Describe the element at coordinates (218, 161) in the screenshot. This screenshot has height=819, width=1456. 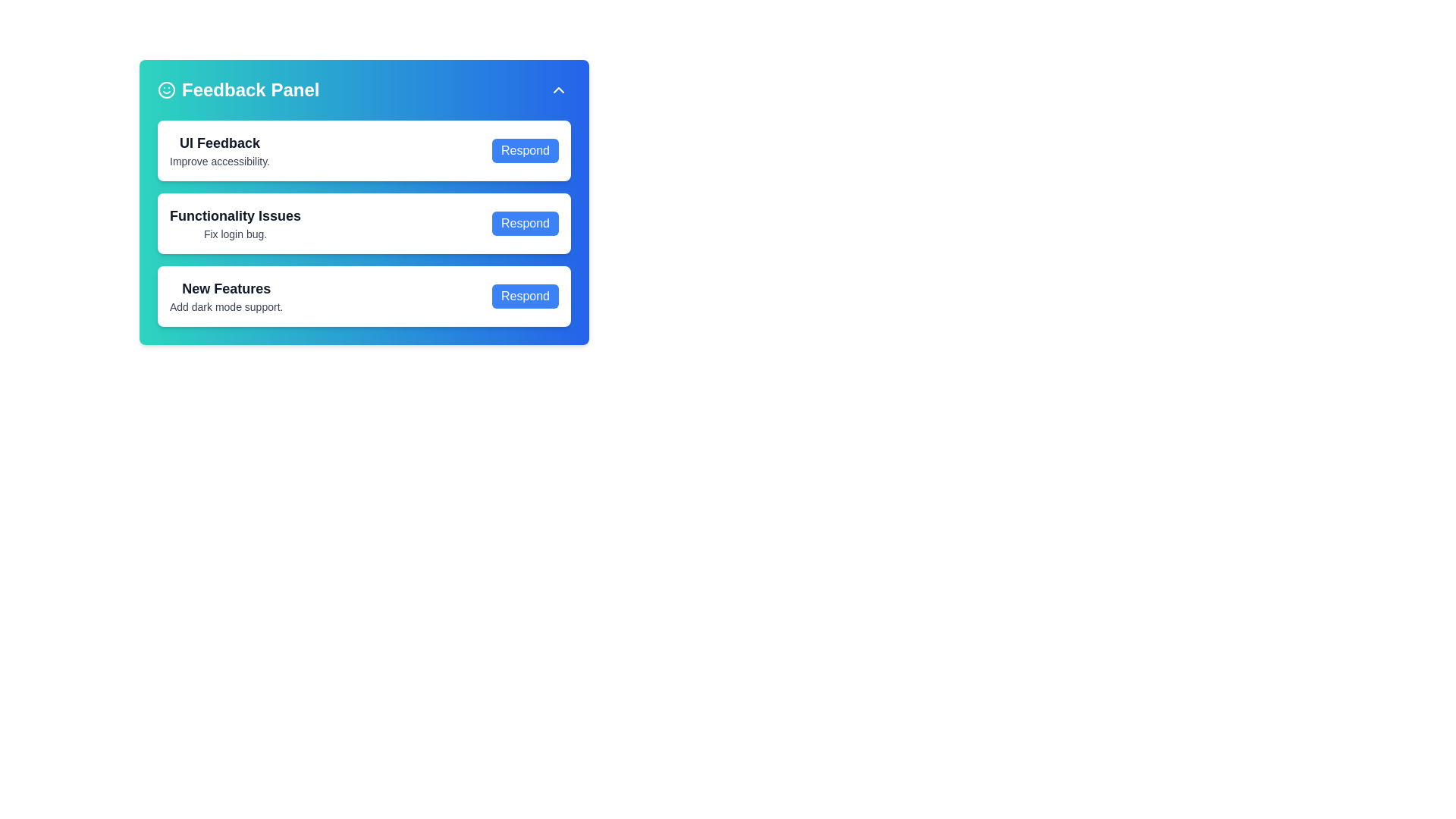
I see `text labeled 'Improve accessibility.' located under the 'UI Feedback' section in the feedback panel interface` at that location.